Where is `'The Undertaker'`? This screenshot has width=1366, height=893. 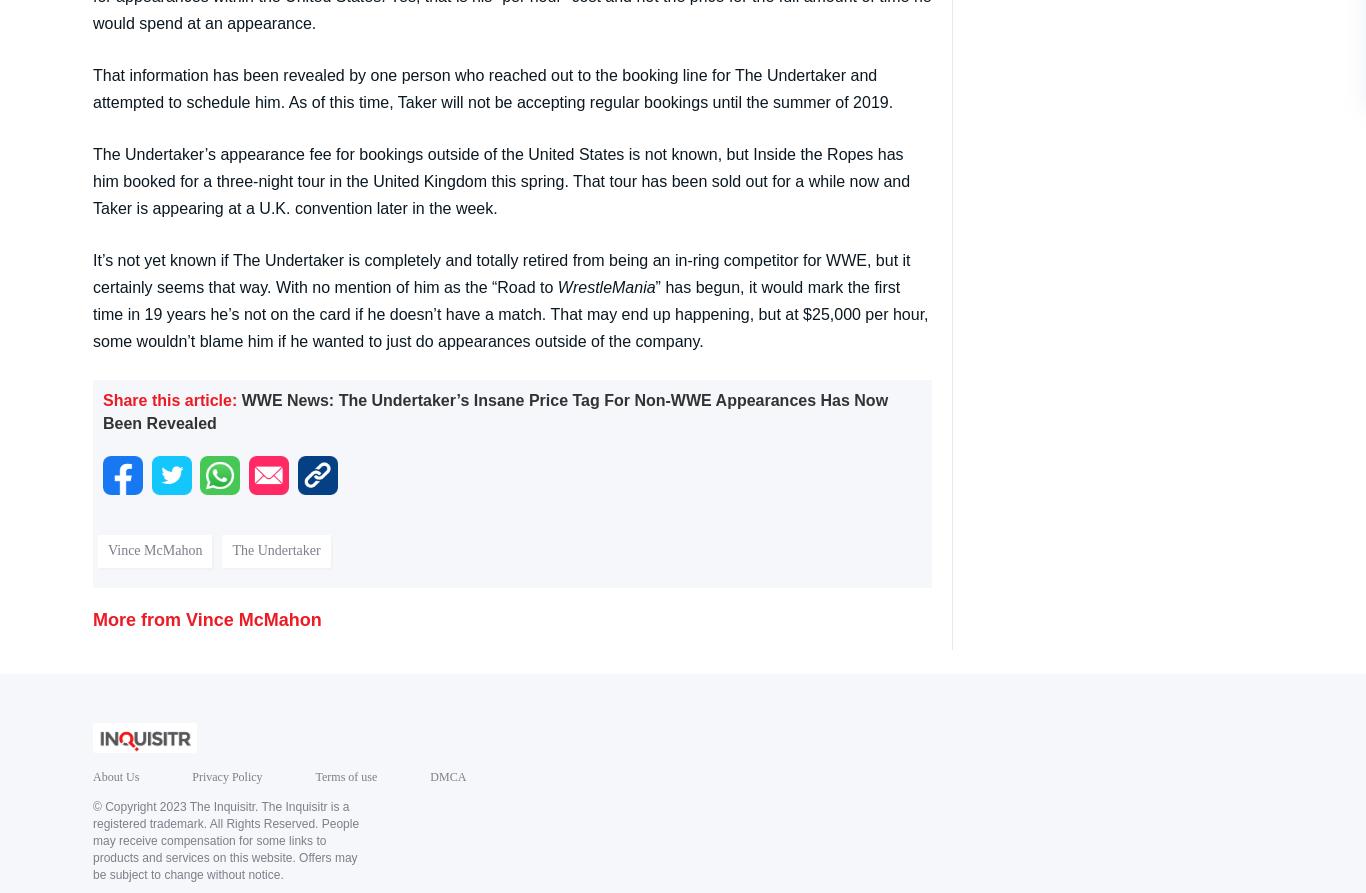
'The Undertaker' is located at coordinates (275, 549).